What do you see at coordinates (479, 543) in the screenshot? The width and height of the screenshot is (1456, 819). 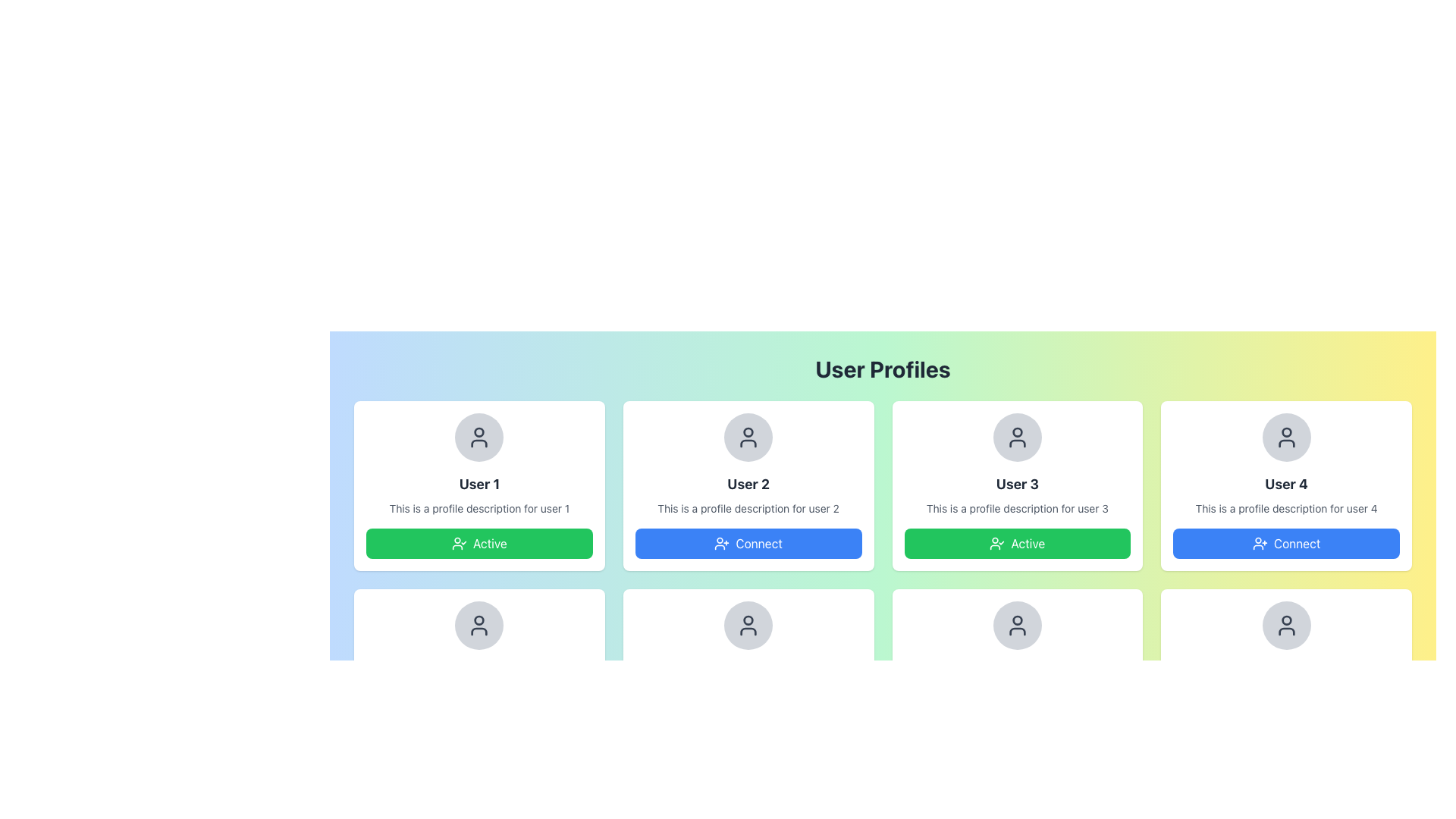 I see `the green rectangular button labeled 'Active' with a user-check icon` at bounding box center [479, 543].